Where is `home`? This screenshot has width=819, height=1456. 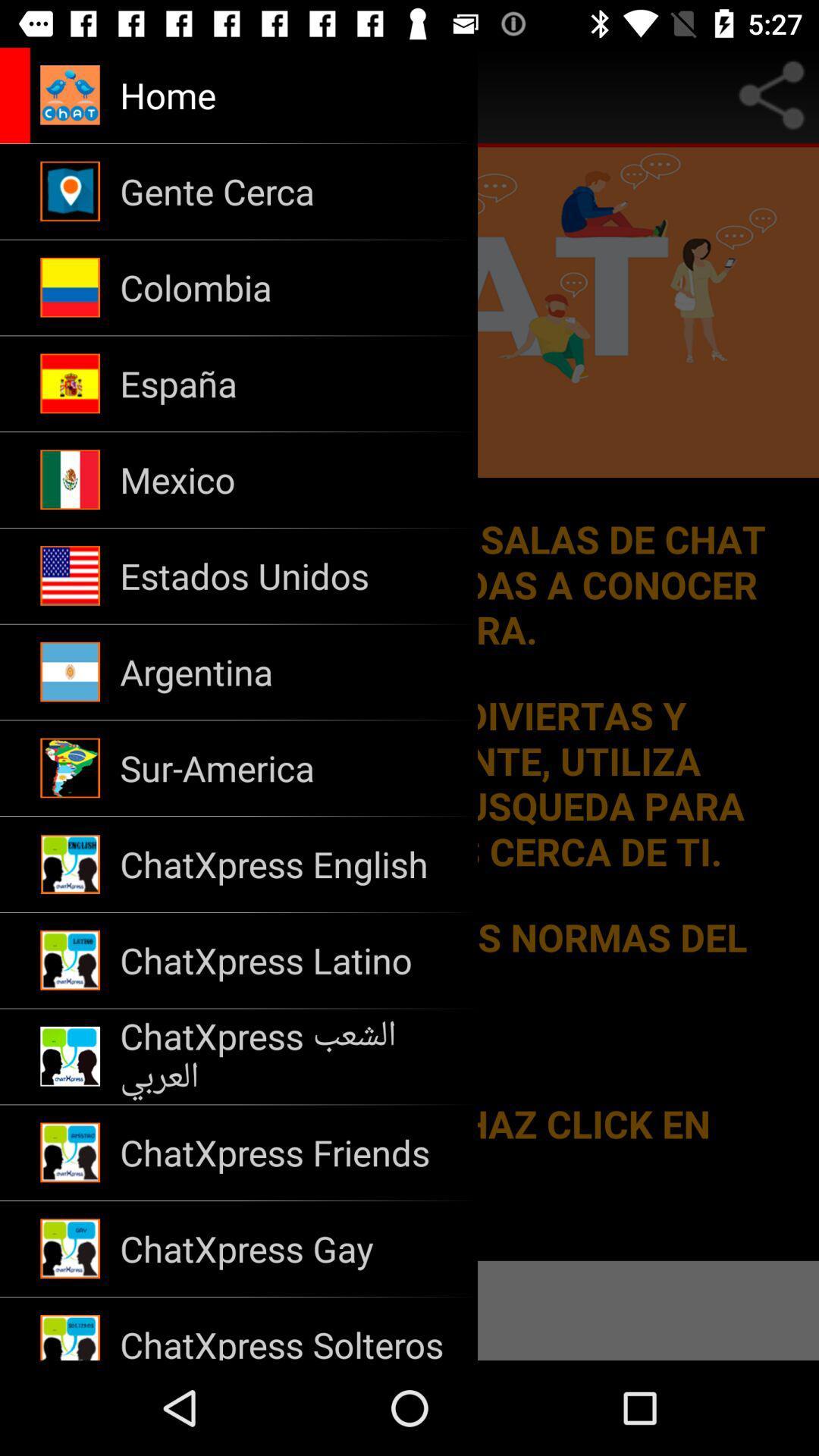 home is located at coordinates (178, 94).